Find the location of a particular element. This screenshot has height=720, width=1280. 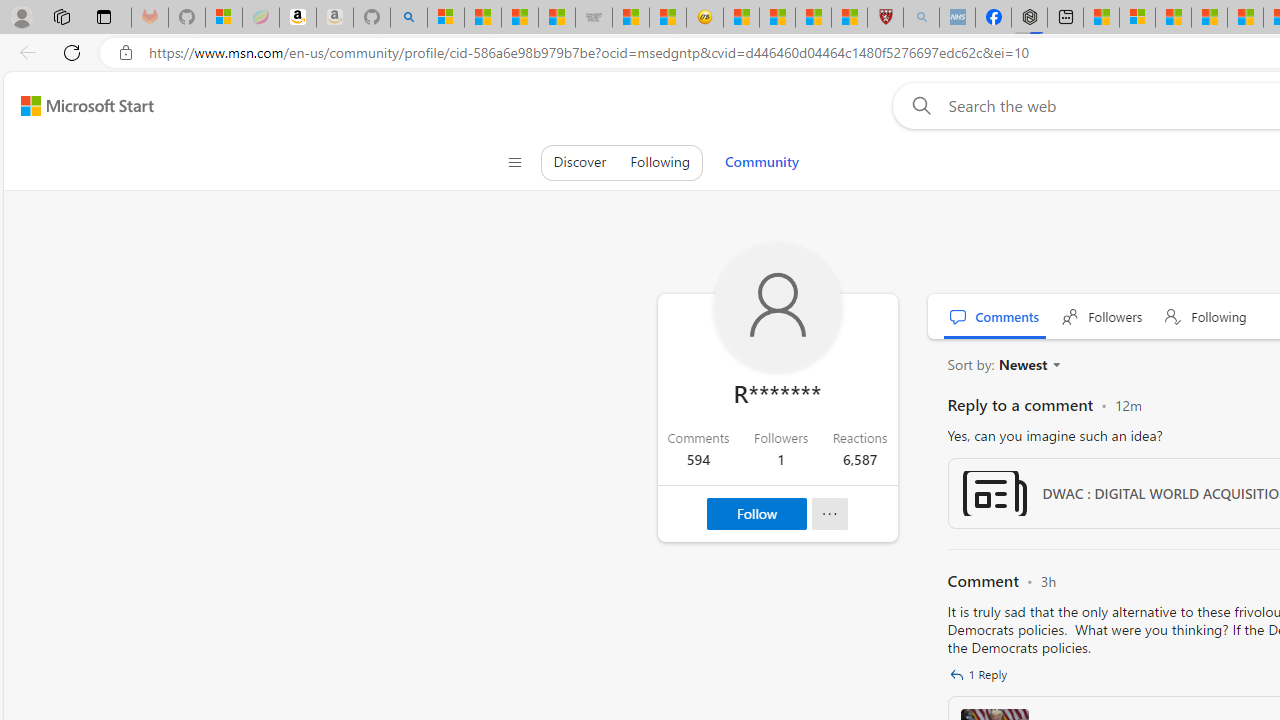

' Followers' is located at coordinates (1101, 315).